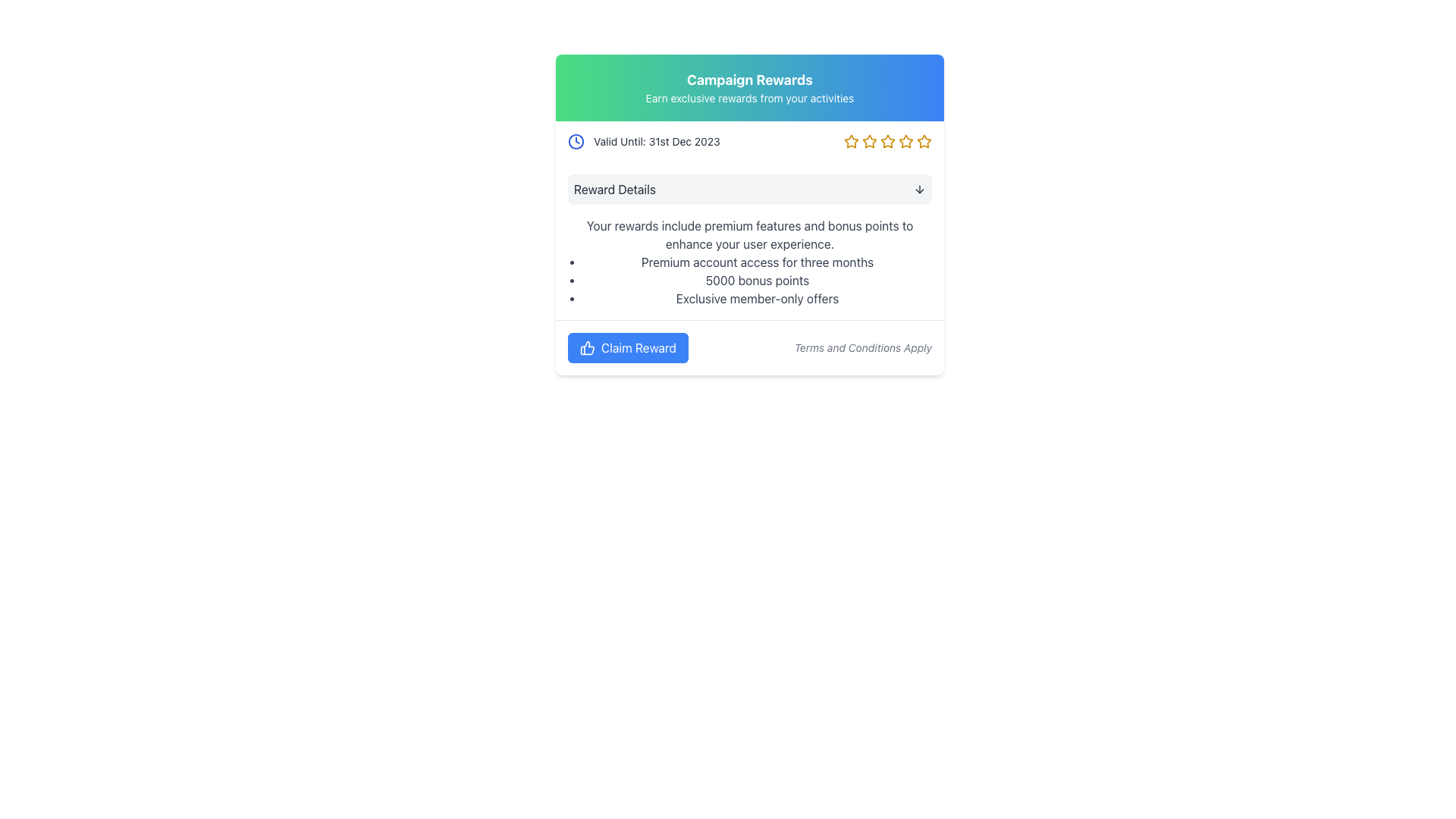 Image resolution: width=1456 pixels, height=819 pixels. Describe the element at coordinates (863, 348) in the screenshot. I see `the text label that serves to notify users about the applicability of terms and conditions, located in the bottom-right corner next to the 'Claim Reward' button` at that location.